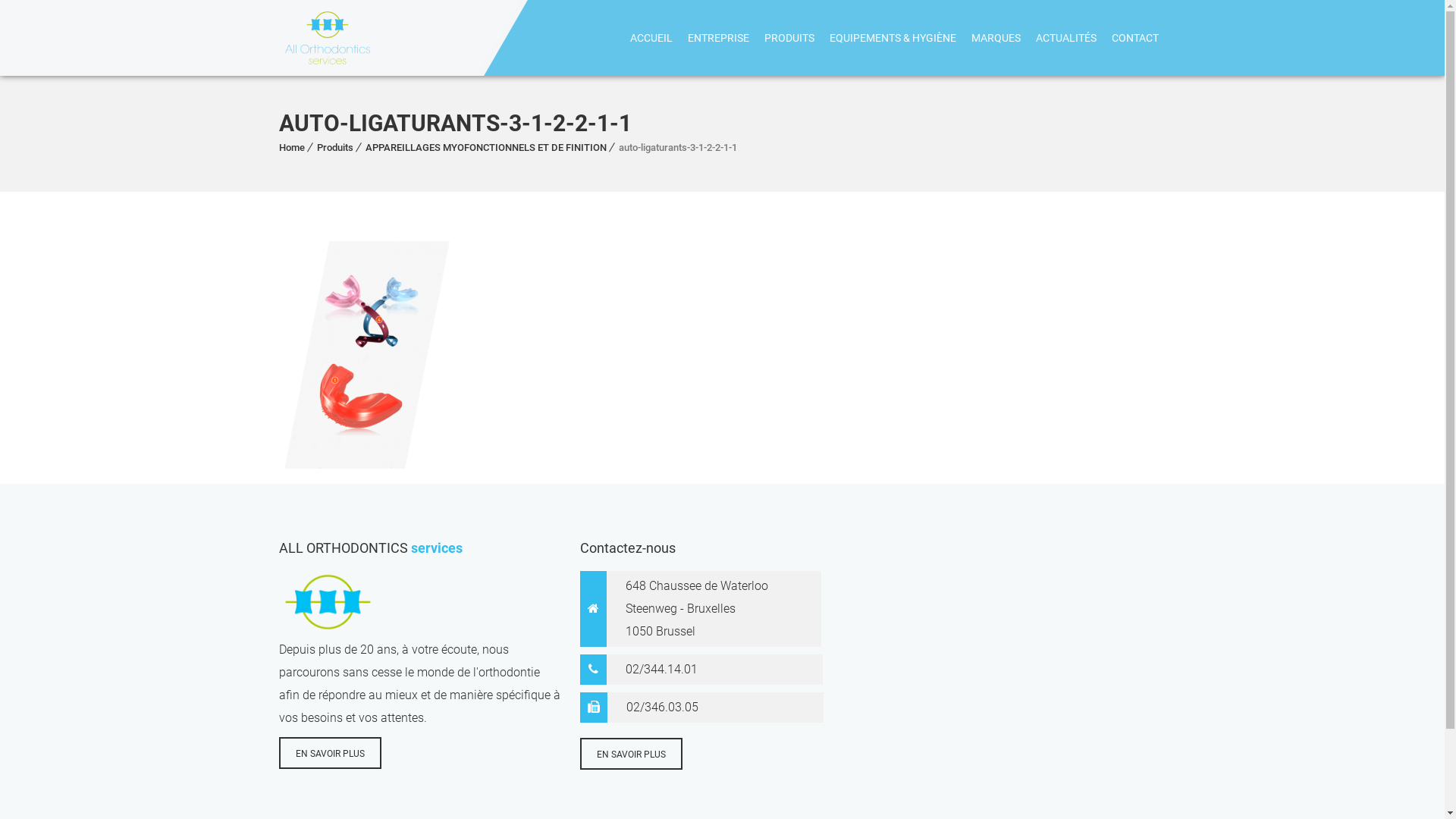 The width and height of the screenshot is (1456, 819). What do you see at coordinates (486, 147) in the screenshot?
I see `'APPAREILLAGES MYOFONCTIONNELS ET DE FINITION'` at bounding box center [486, 147].